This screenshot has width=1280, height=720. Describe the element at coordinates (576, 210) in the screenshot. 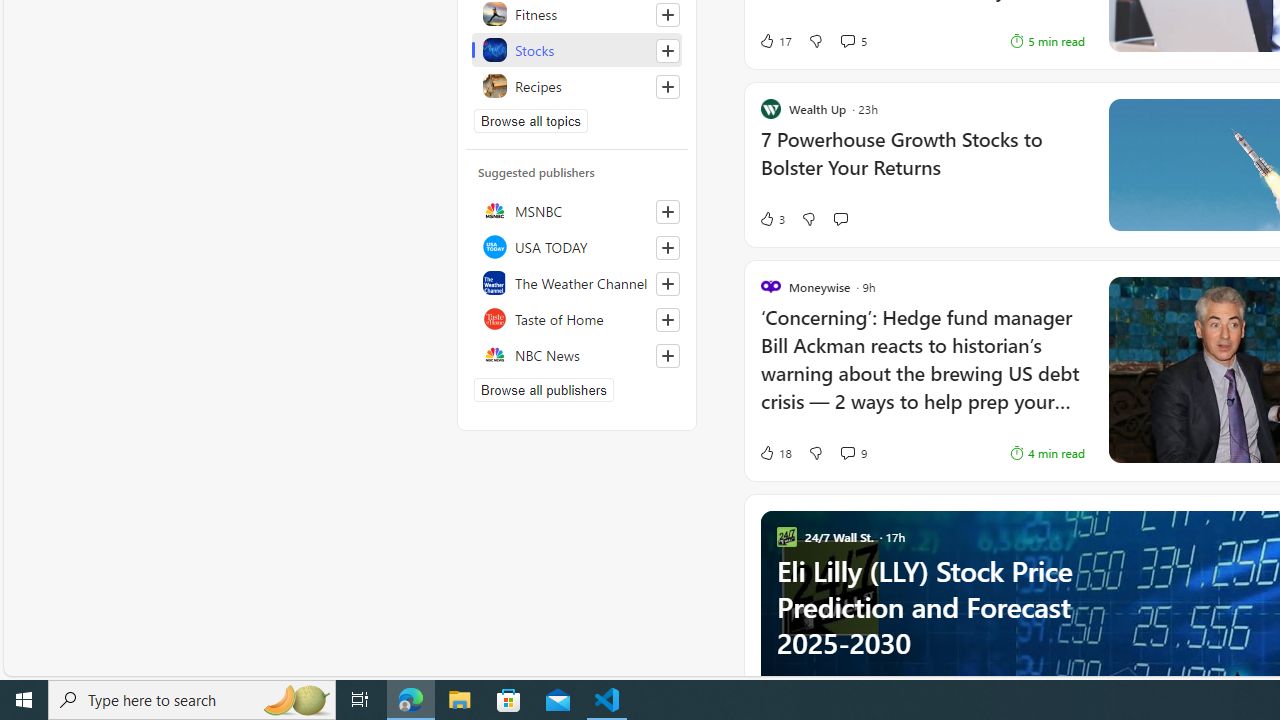

I see `'MSNBC'` at that location.